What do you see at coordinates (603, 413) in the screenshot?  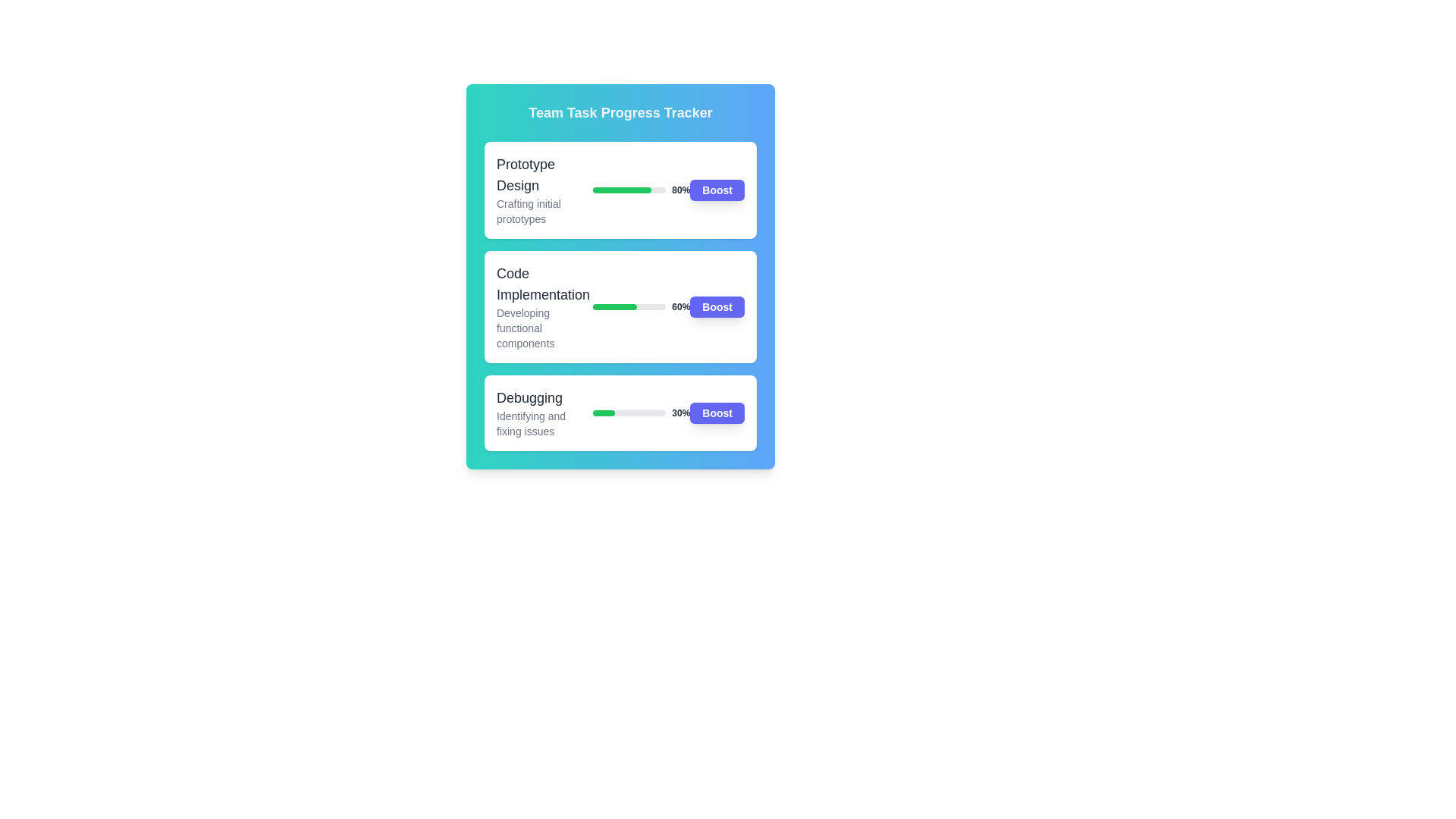 I see `the visually indicated progress on the green progress bar segment located in the 'Debugging' section of the interface` at bounding box center [603, 413].